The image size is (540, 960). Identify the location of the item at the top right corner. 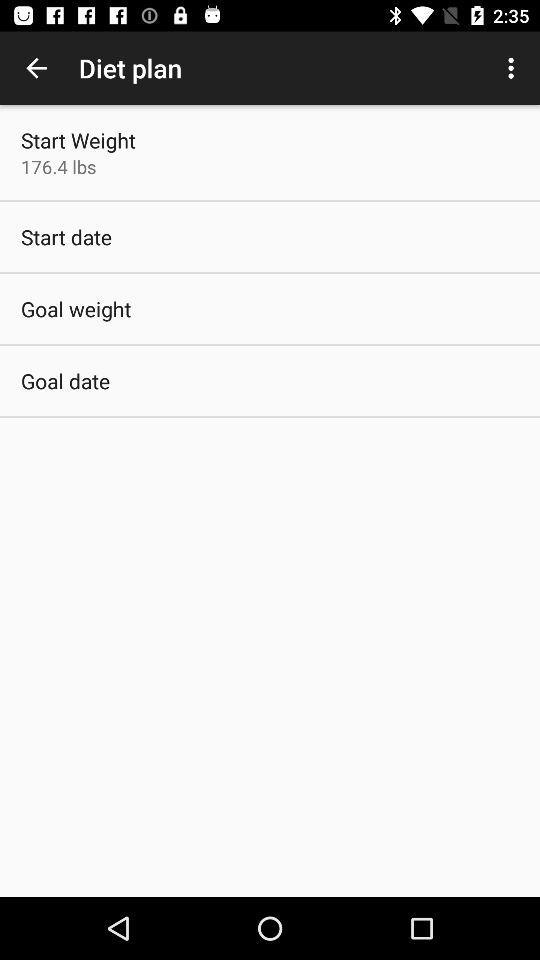
(513, 68).